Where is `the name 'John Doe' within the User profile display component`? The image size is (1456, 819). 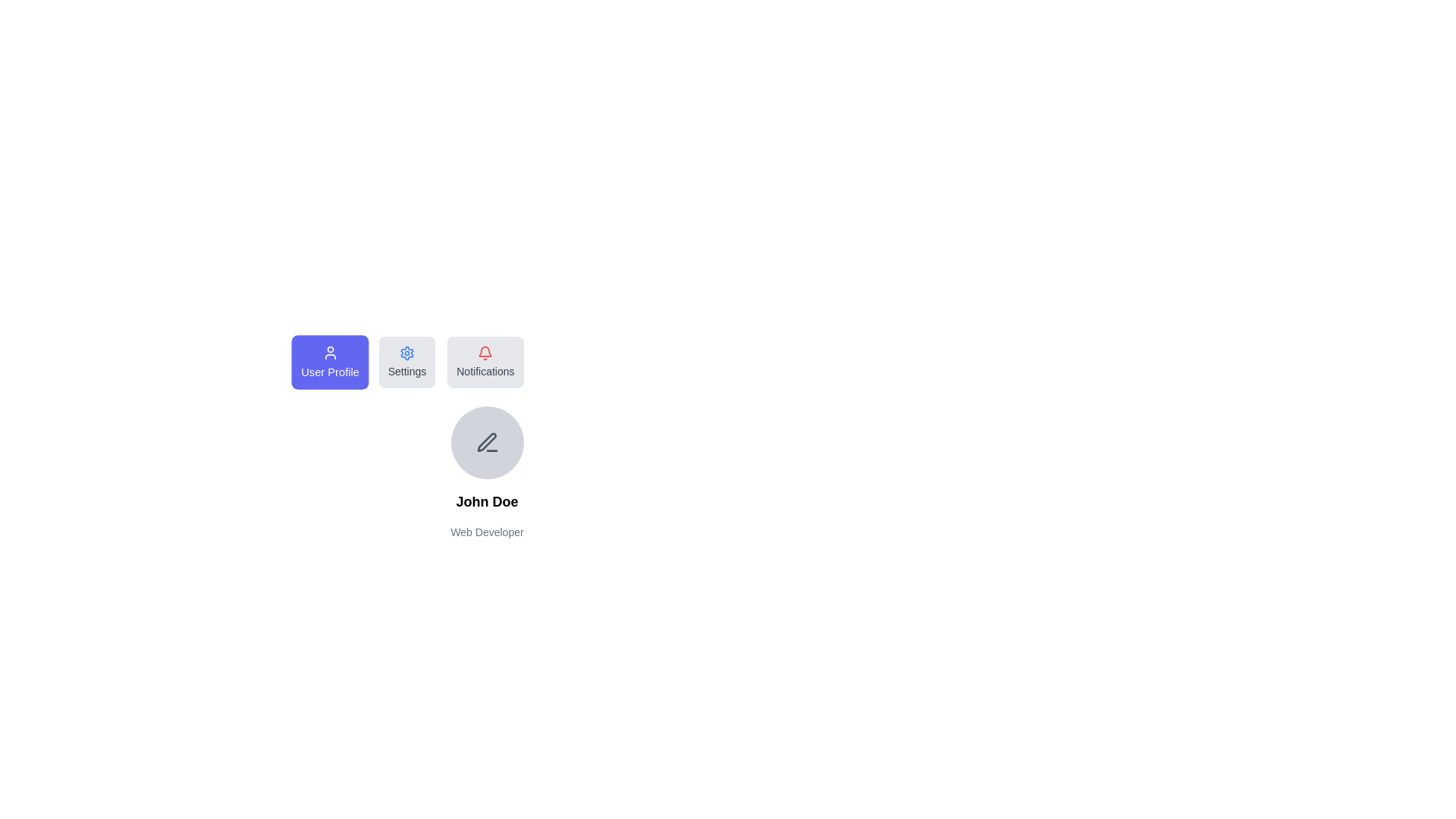 the name 'John Doe' within the User profile display component is located at coordinates (487, 472).